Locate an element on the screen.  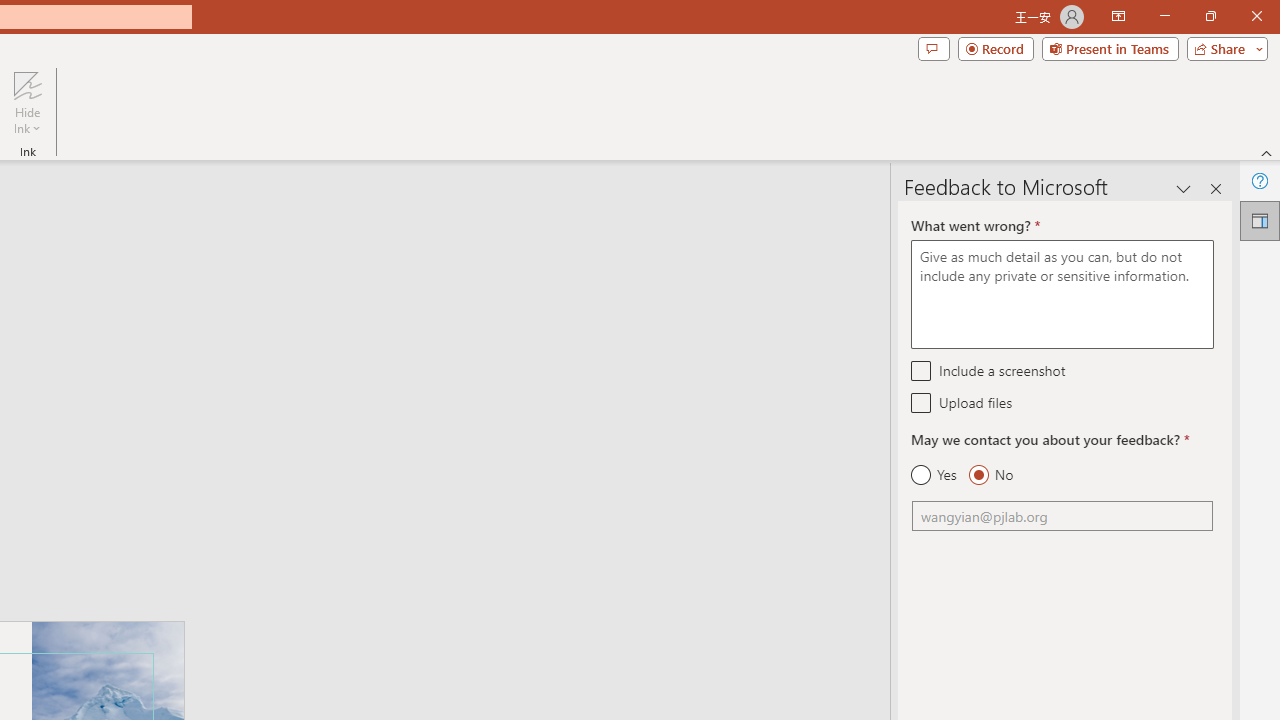
'Include a screenshot' is located at coordinates (920, 370).